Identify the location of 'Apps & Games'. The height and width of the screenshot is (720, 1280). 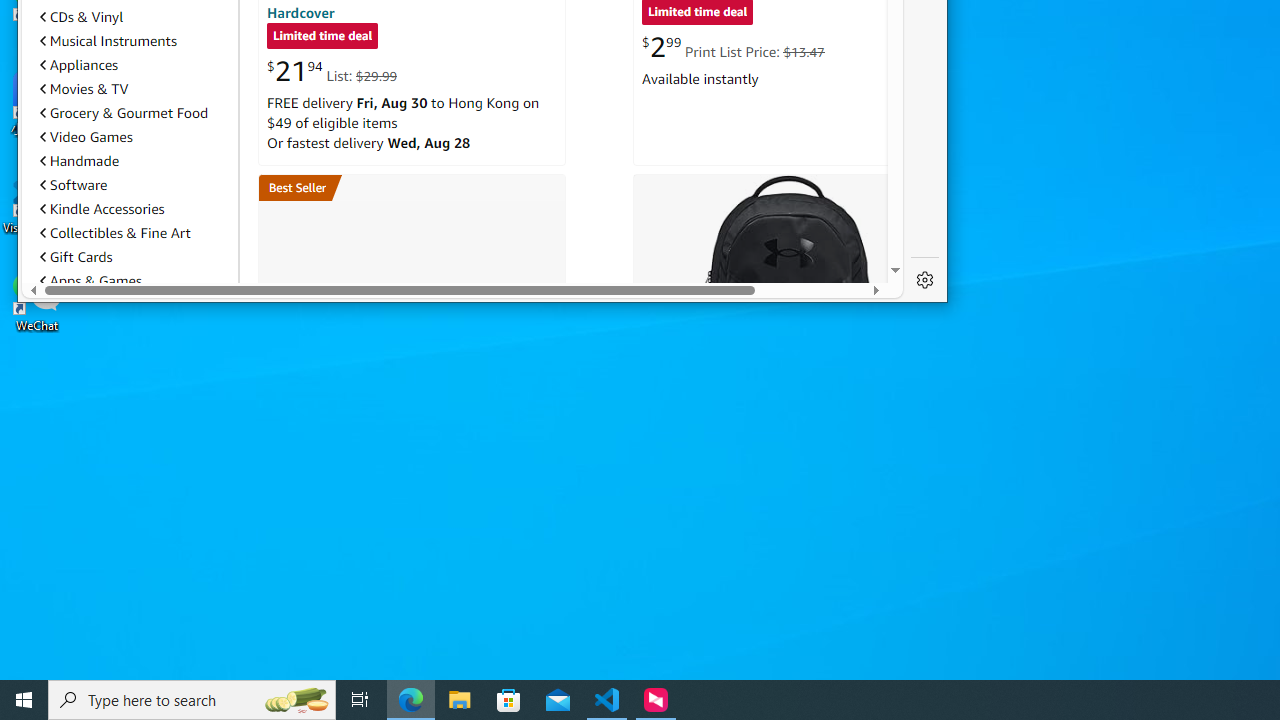
(134, 280).